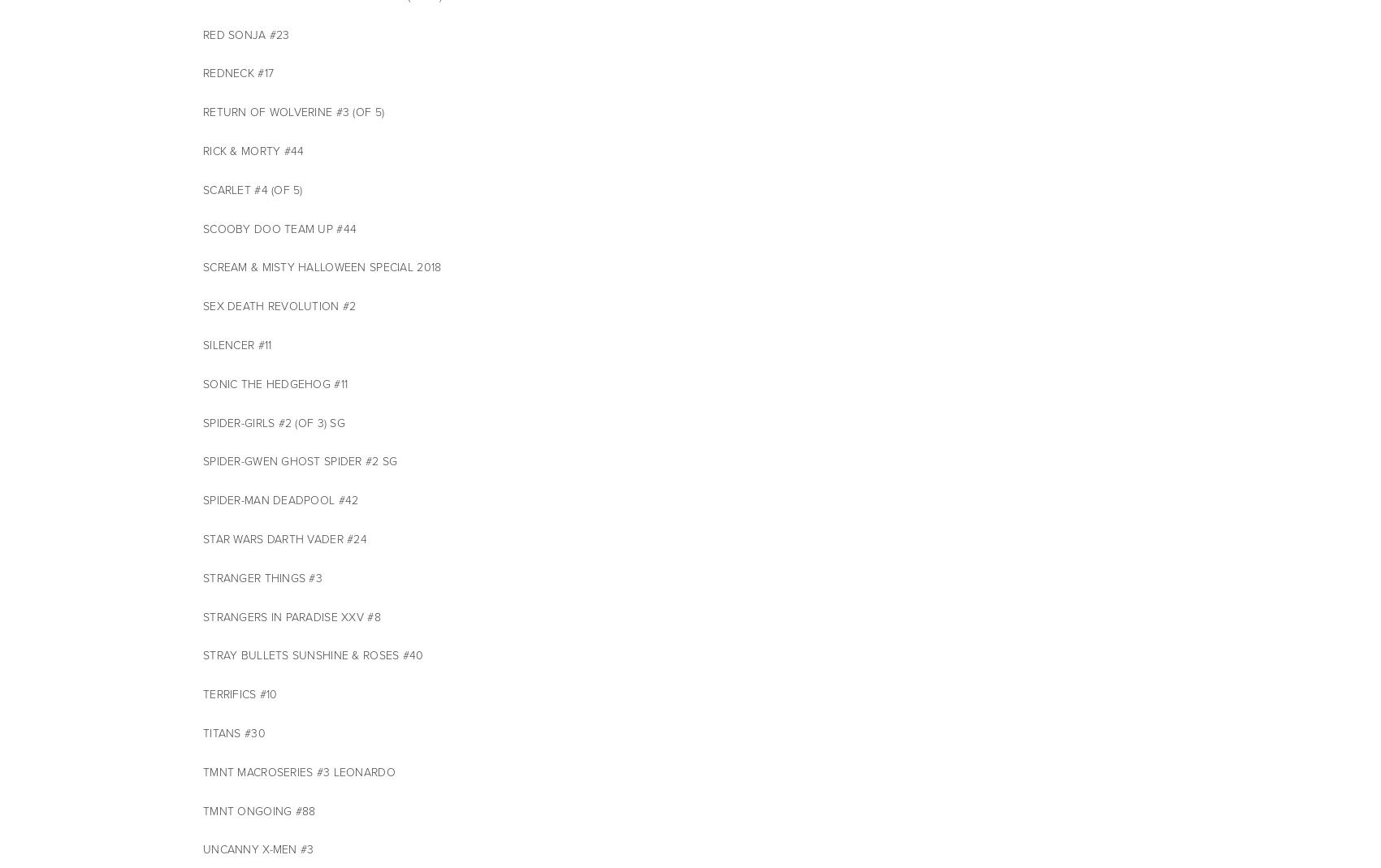 This screenshot has height=868, width=1381. I want to click on 'SCARLET #4 (OF 5)', so click(254, 188).